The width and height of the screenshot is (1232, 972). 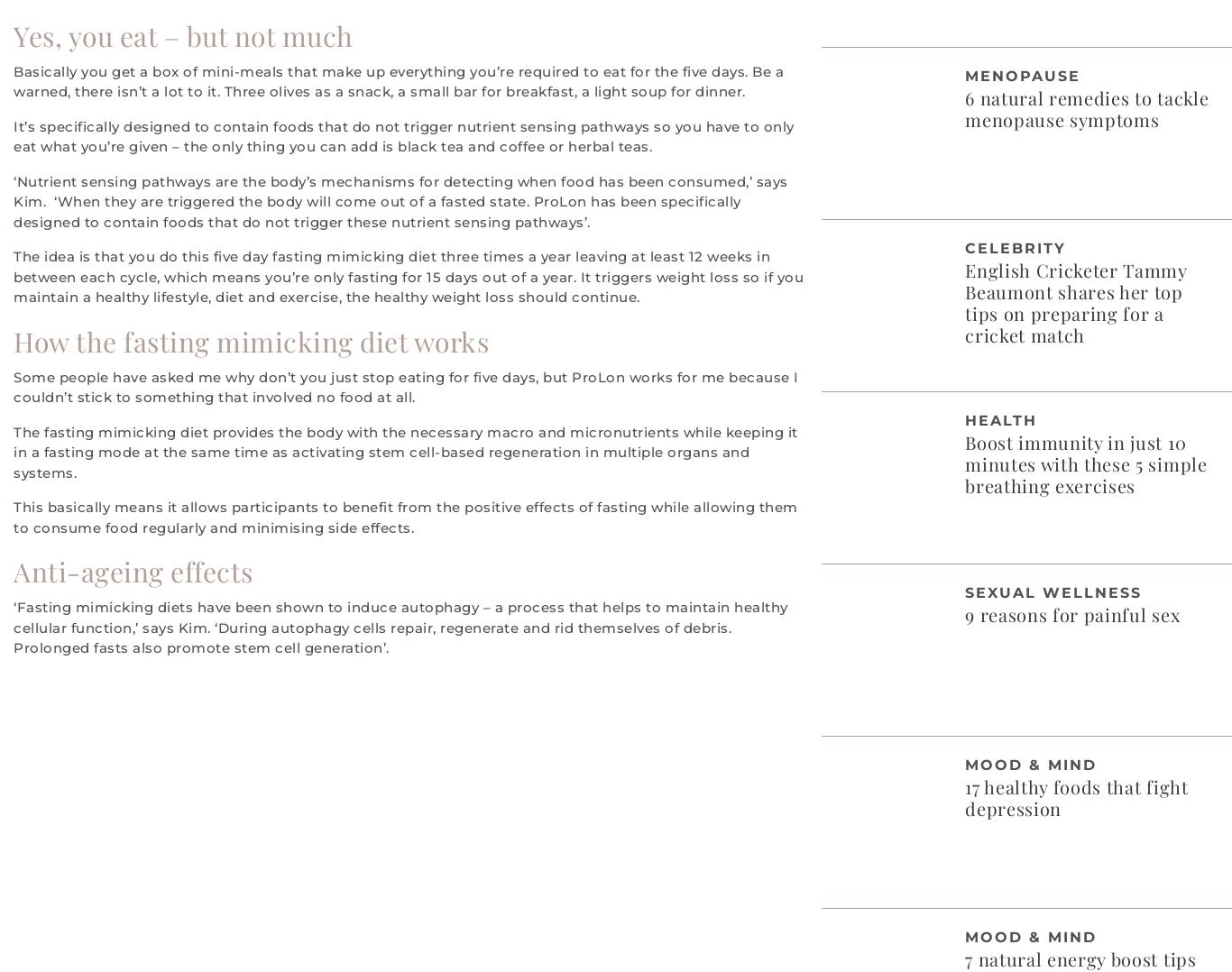 What do you see at coordinates (1076, 795) in the screenshot?
I see `'17 healthy foods that fight depression'` at bounding box center [1076, 795].